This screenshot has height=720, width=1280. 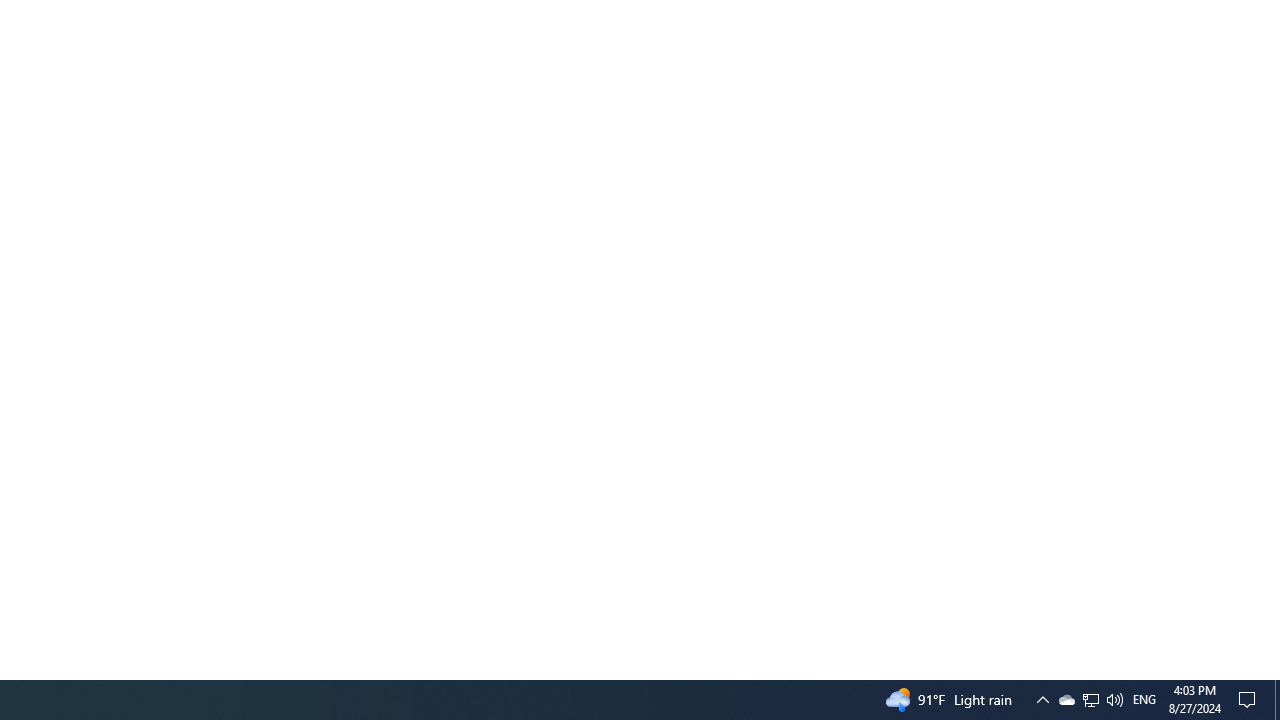 I want to click on 'Notification Chevron', so click(x=1041, y=698).